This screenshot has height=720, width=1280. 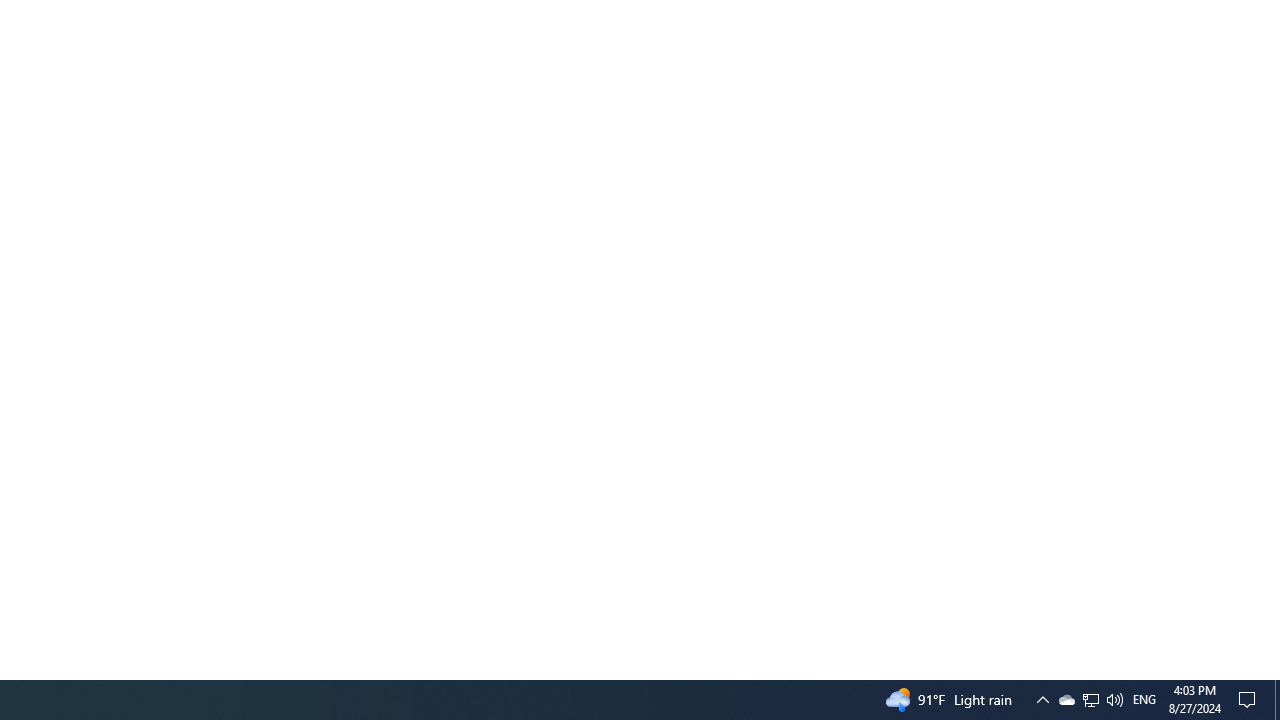 I want to click on 'Notification Chevron', so click(x=1041, y=698).